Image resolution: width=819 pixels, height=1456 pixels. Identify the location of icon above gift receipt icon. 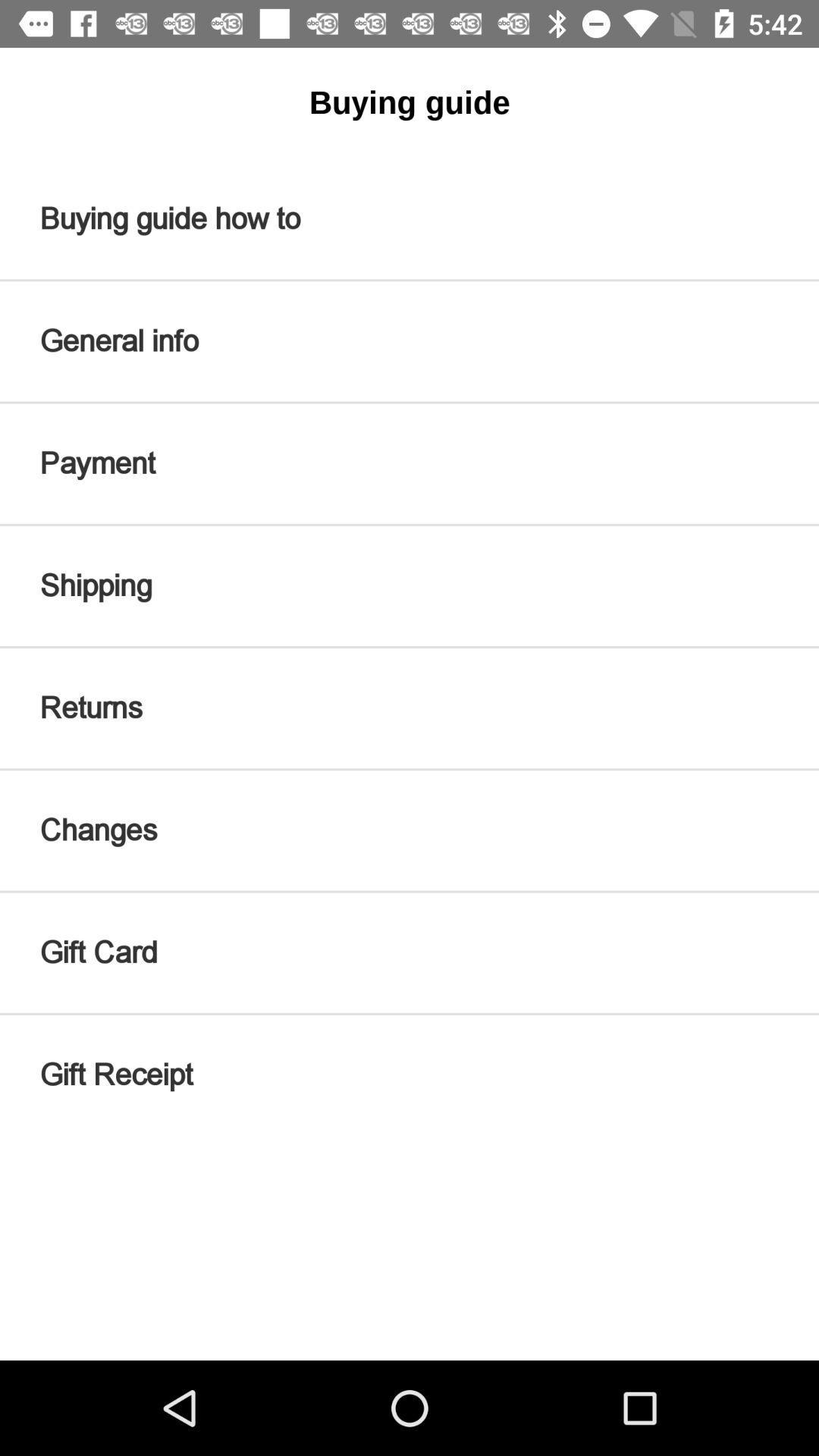
(409, 952).